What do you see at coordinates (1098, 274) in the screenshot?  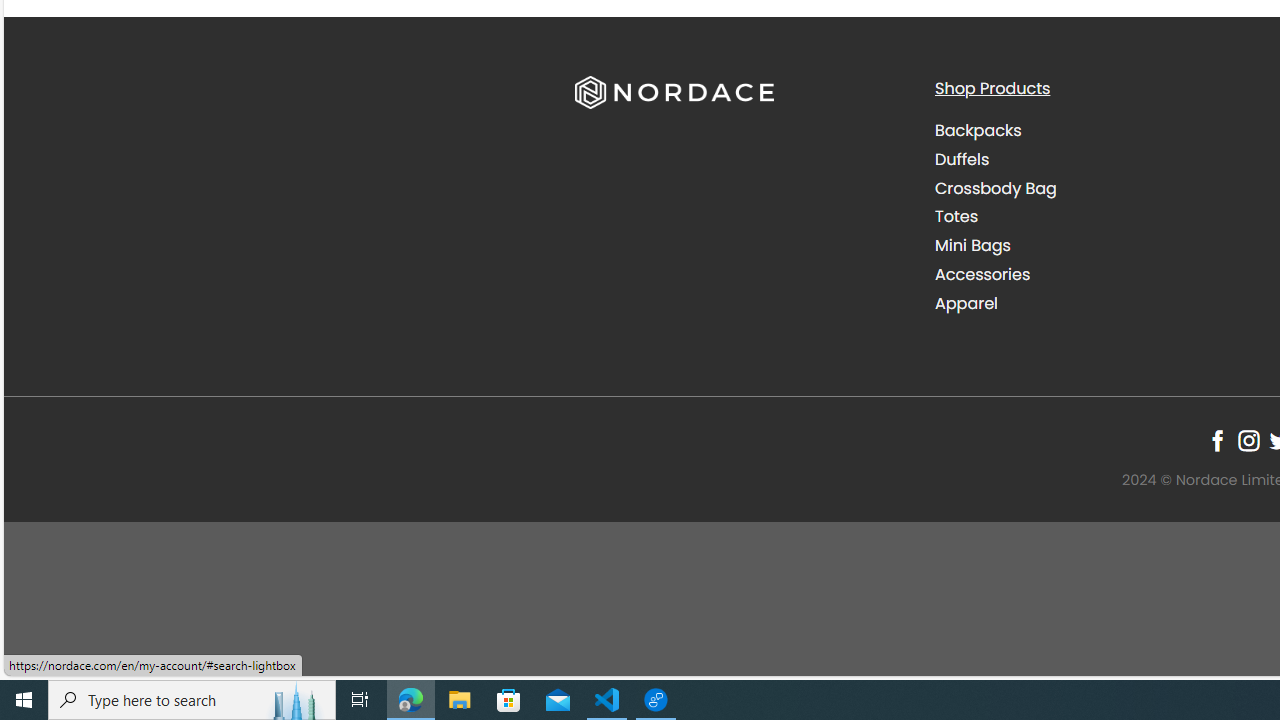 I see `'Accessories'` at bounding box center [1098, 274].